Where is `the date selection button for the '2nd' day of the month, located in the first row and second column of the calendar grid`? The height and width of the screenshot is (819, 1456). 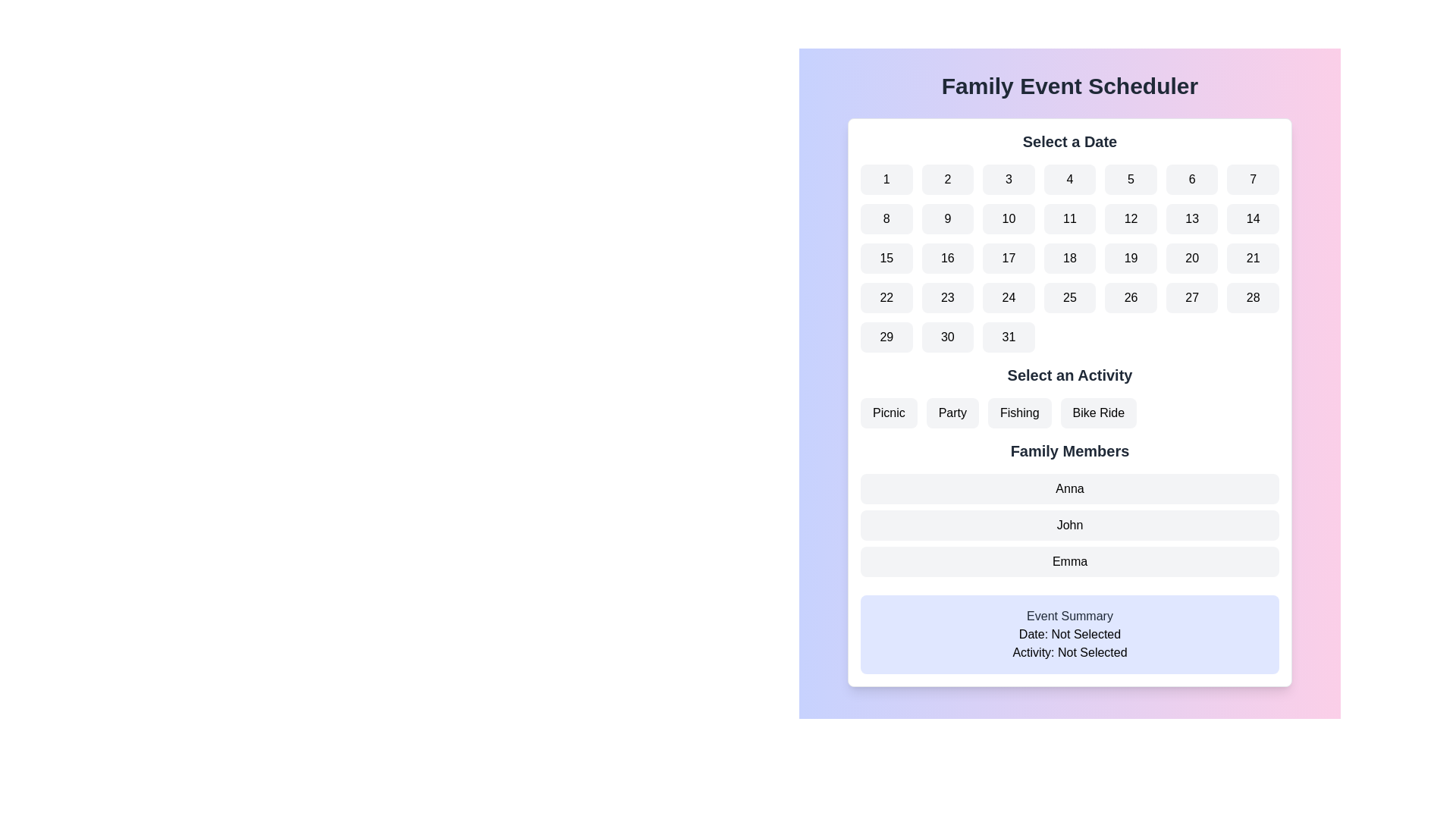 the date selection button for the '2nd' day of the month, located in the first row and second column of the calendar grid is located at coordinates (946, 178).